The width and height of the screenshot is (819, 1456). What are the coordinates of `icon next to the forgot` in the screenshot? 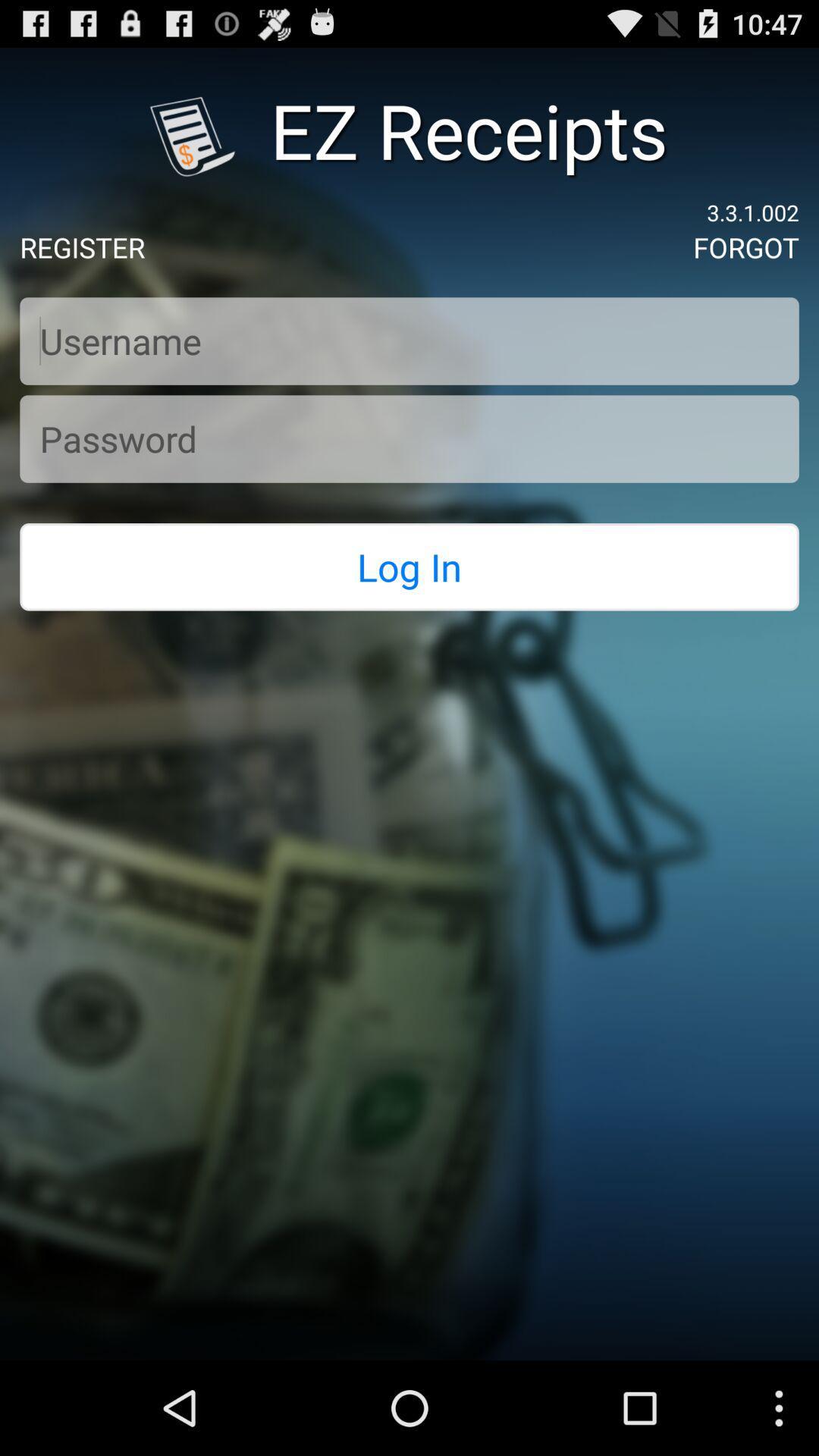 It's located at (82, 247).